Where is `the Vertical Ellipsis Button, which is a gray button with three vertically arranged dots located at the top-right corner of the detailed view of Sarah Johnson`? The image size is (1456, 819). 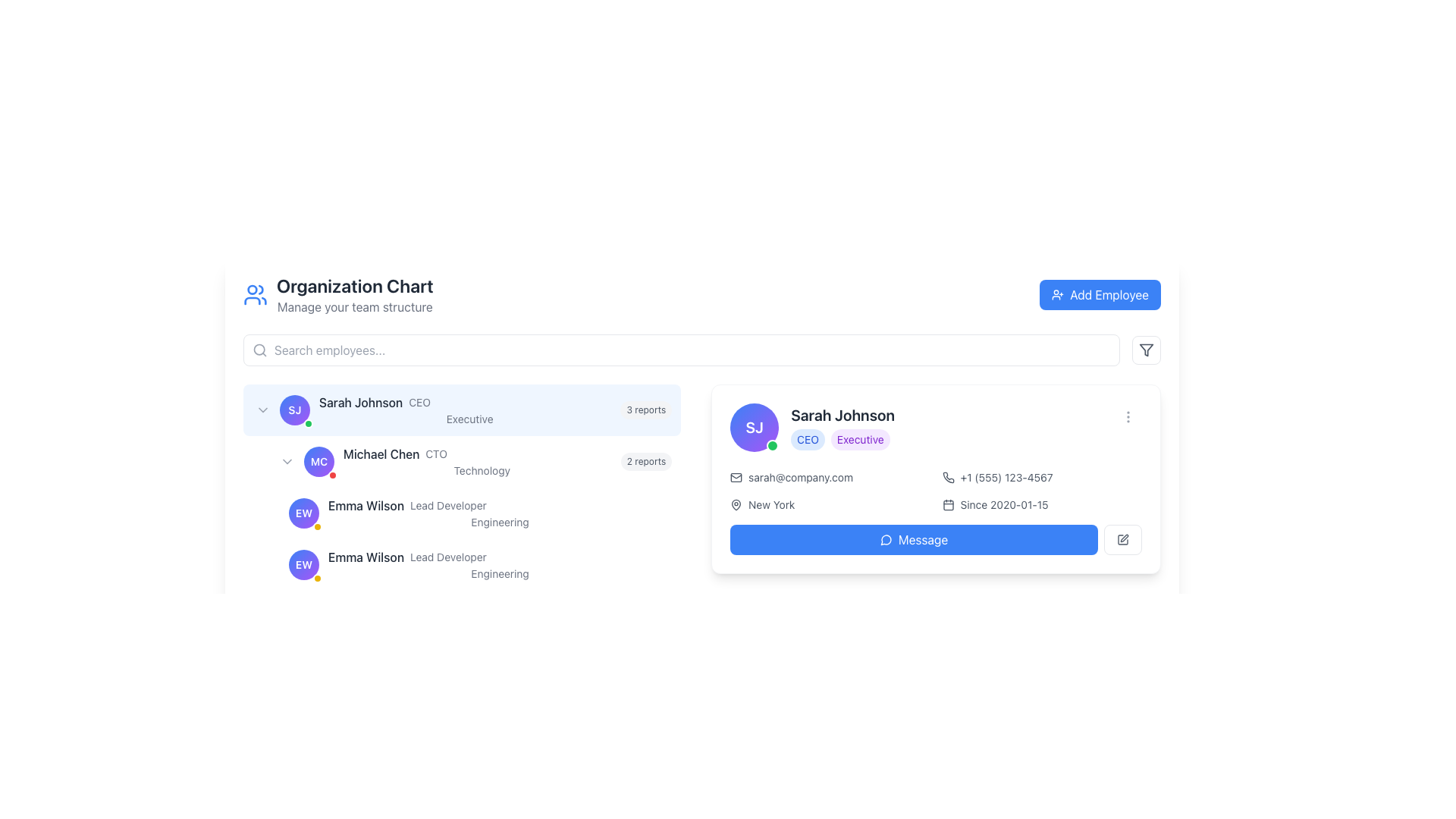 the Vertical Ellipsis Button, which is a gray button with three vertically arranged dots located at the top-right corner of the detailed view of Sarah Johnson is located at coordinates (1128, 417).